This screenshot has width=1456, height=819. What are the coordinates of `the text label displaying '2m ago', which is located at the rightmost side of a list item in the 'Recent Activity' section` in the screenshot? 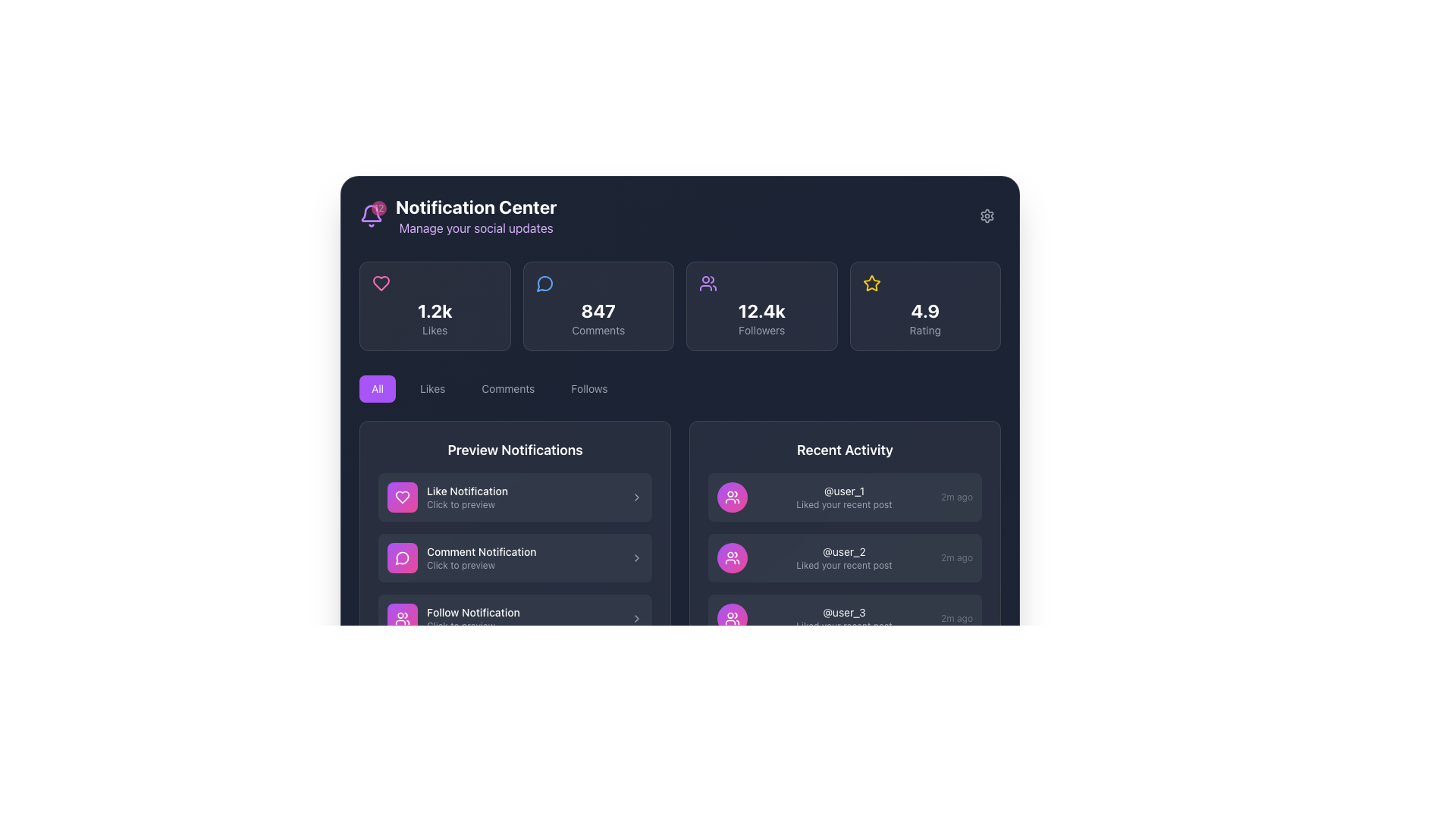 It's located at (956, 619).